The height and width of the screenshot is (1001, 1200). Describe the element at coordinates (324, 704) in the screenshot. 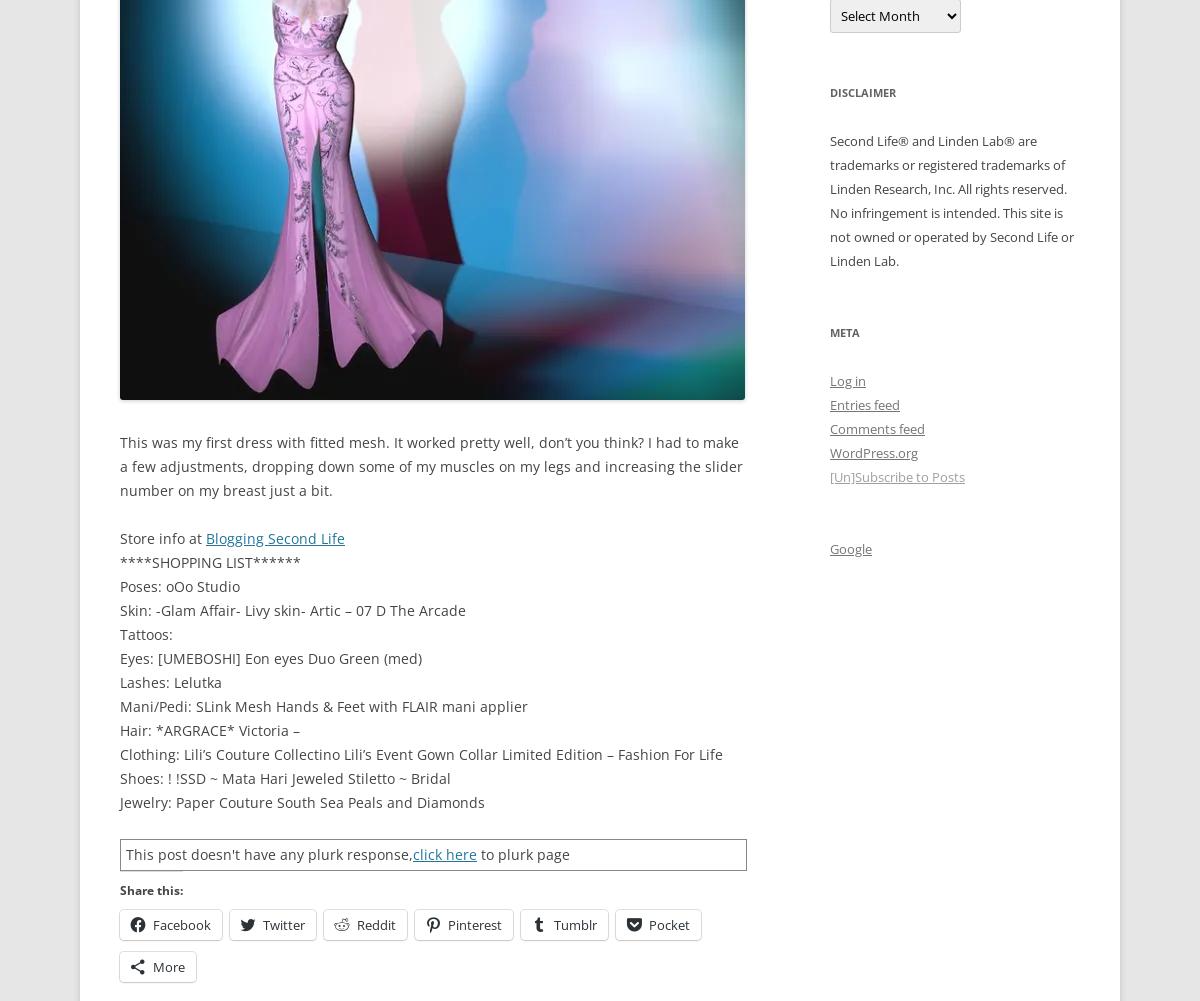

I see `'Mani/Pedi: SLink Mesh Hands & Feet with FLAIR mani applier'` at that location.